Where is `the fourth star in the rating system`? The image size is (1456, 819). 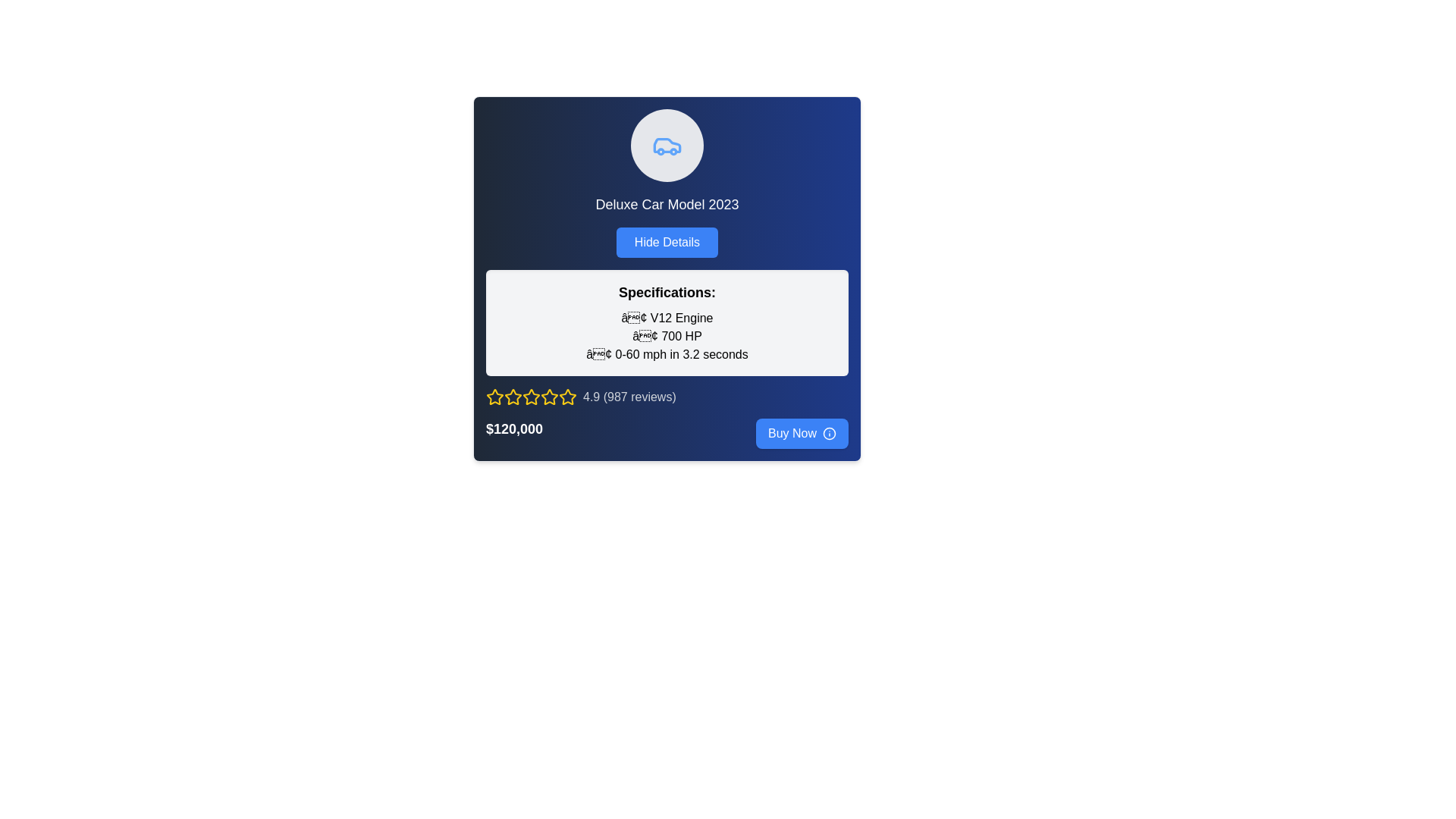
the fourth star in the rating system is located at coordinates (548, 396).